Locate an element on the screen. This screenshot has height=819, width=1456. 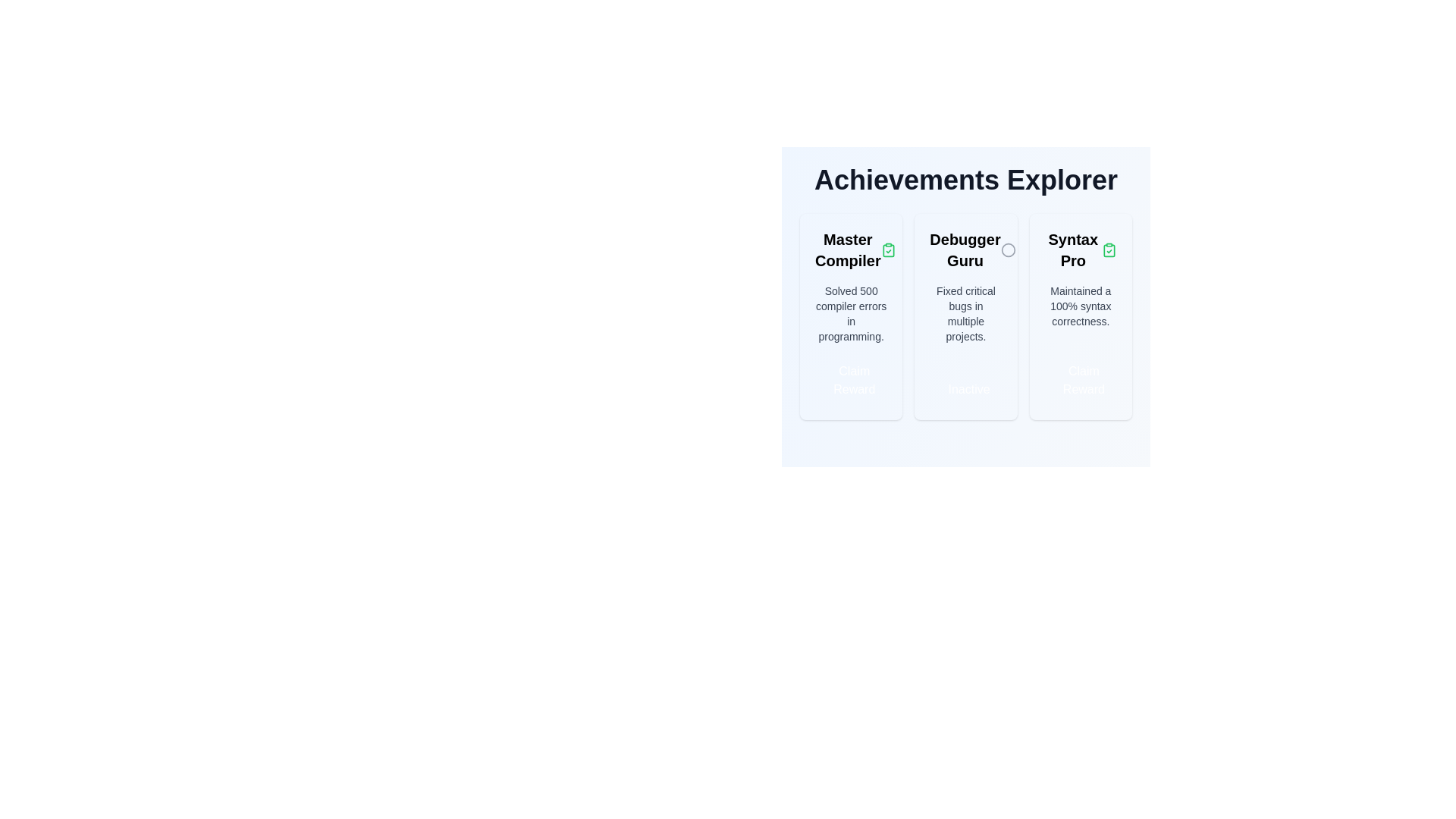
the text label positioned at the top-center of the rightmost card in the 'Achievements Explorer' section, which indicates the achievement or feature described in that card is located at coordinates (1072, 249).